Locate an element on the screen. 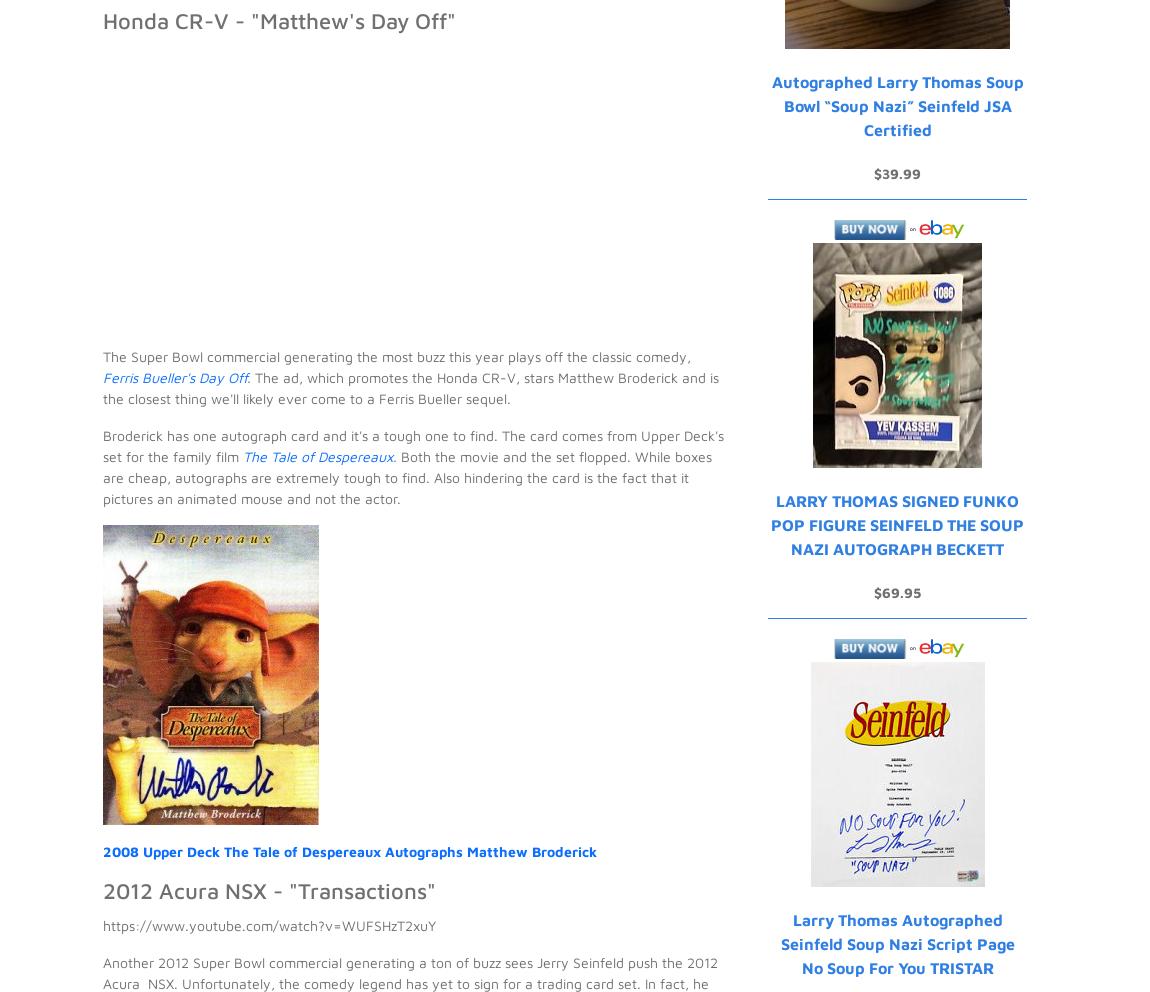 Image resolution: width=1150 pixels, height=992 pixels. 'will not be published' is located at coordinates (279, 440).